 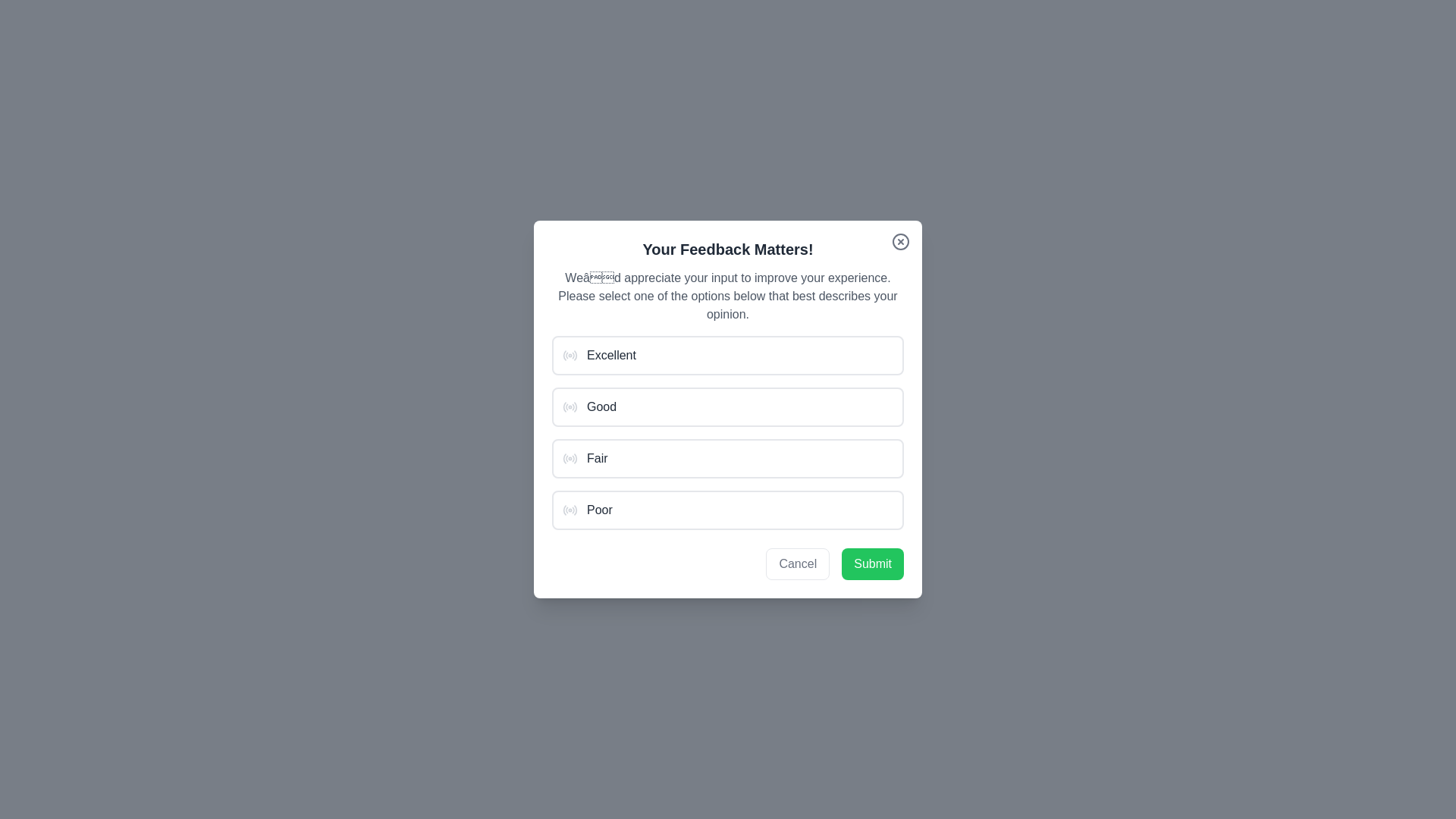 What do you see at coordinates (901, 241) in the screenshot?
I see `the close button to dismiss the dialog` at bounding box center [901, 241].